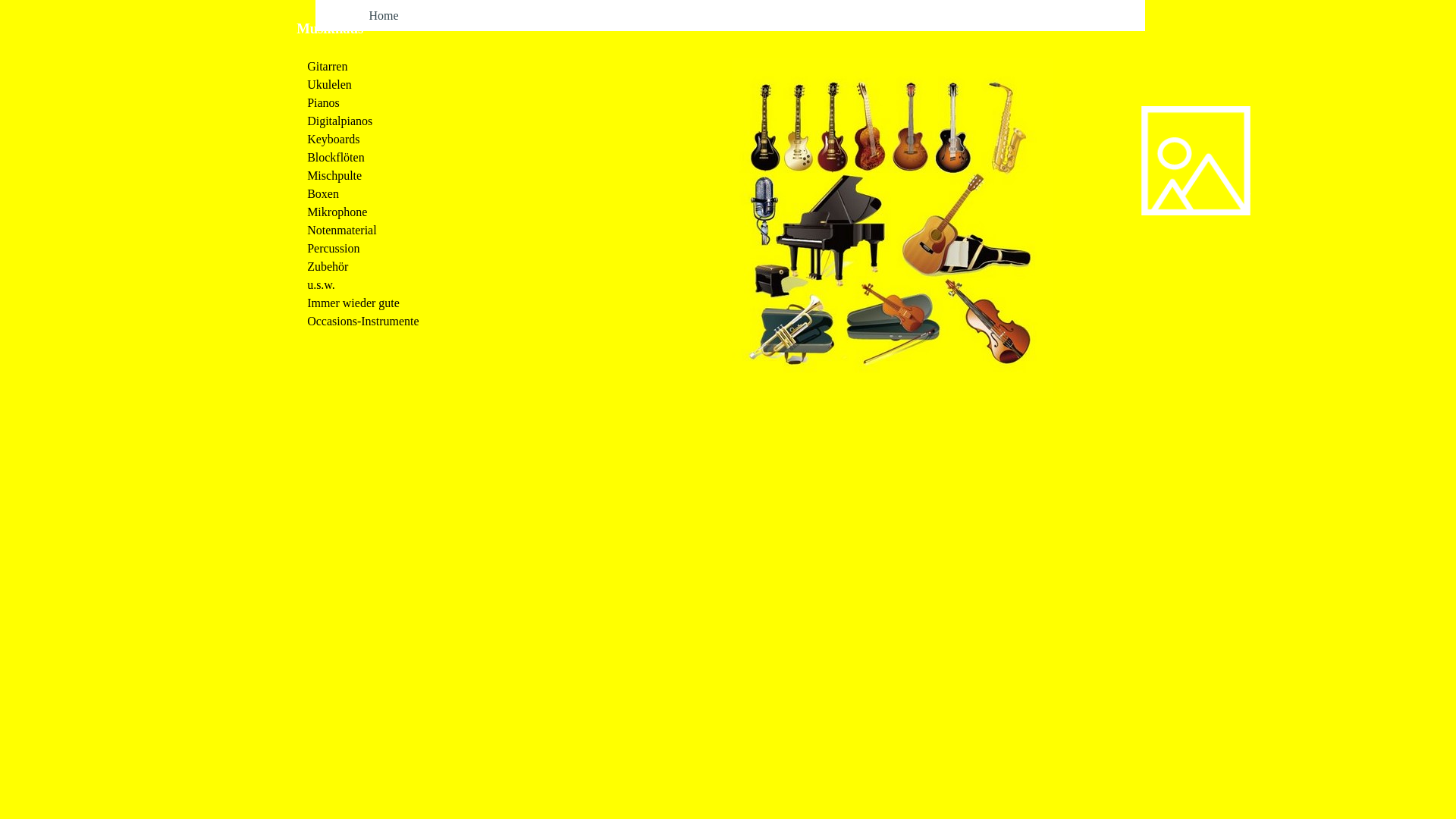 The height and width of the screenshot is (819, 1456). What do you see at coordinates (383, 15) in the screenshot?
I see `'Home'` at bounding box center [383, 15].